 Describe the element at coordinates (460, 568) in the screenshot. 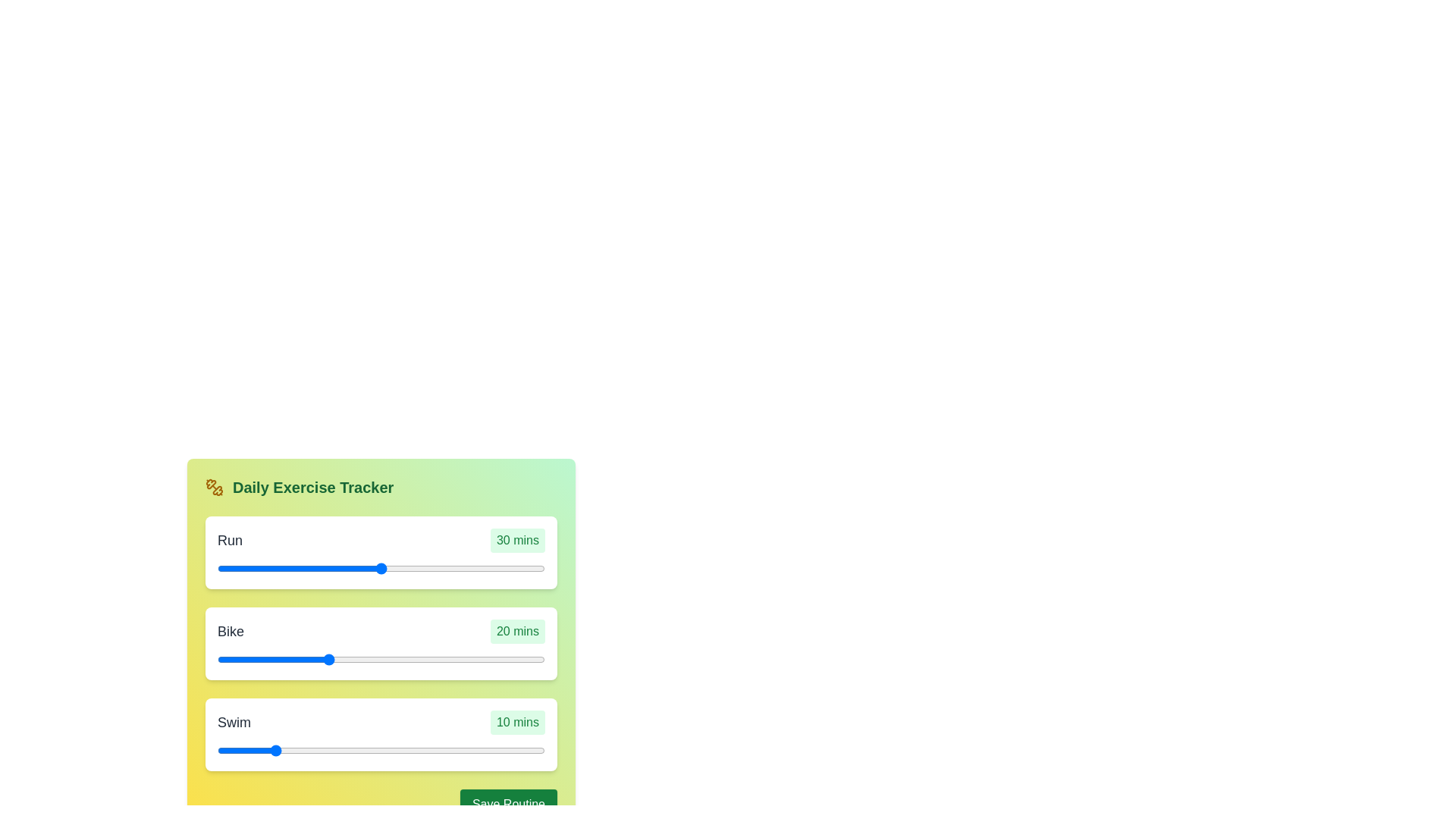

I see `the duration of the 0 slider to 29 minutes` at that location.